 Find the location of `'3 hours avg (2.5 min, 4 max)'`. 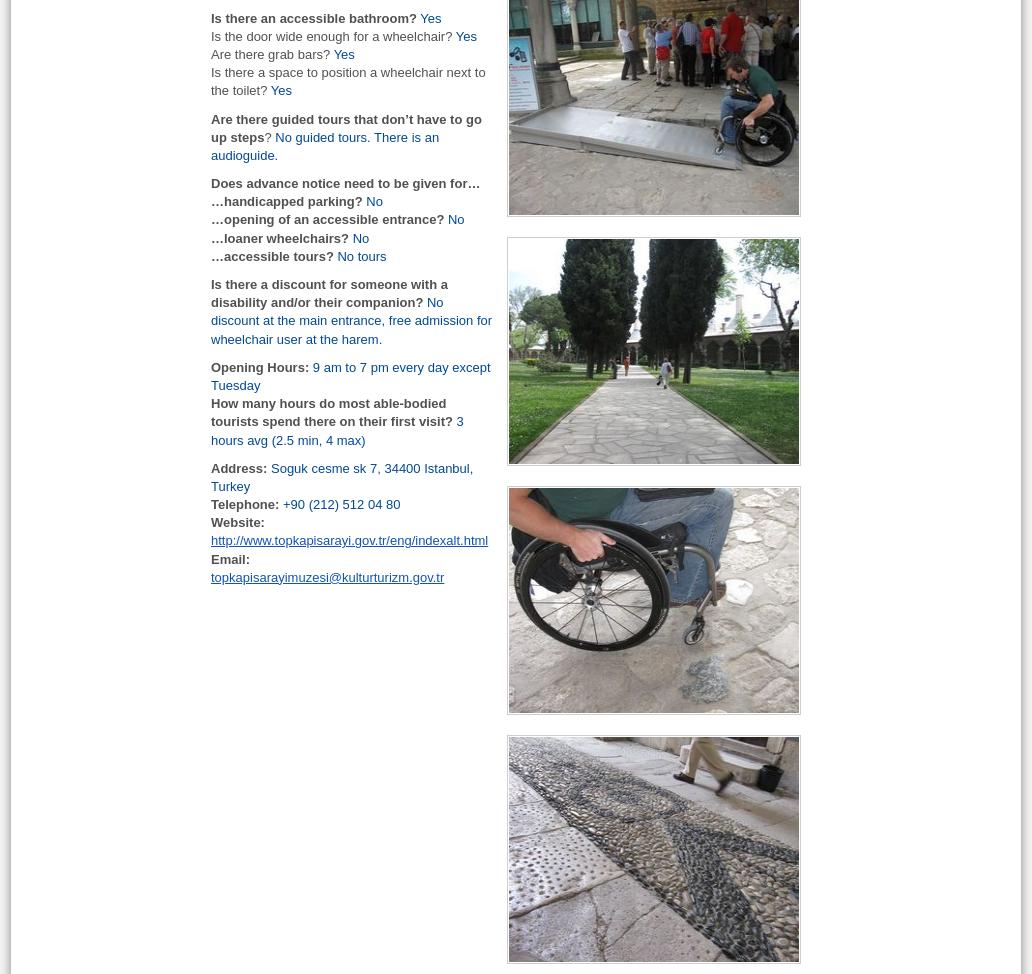

'3 hours avg (2.5 min, 4 max)' is located at coordinates (337, 429).